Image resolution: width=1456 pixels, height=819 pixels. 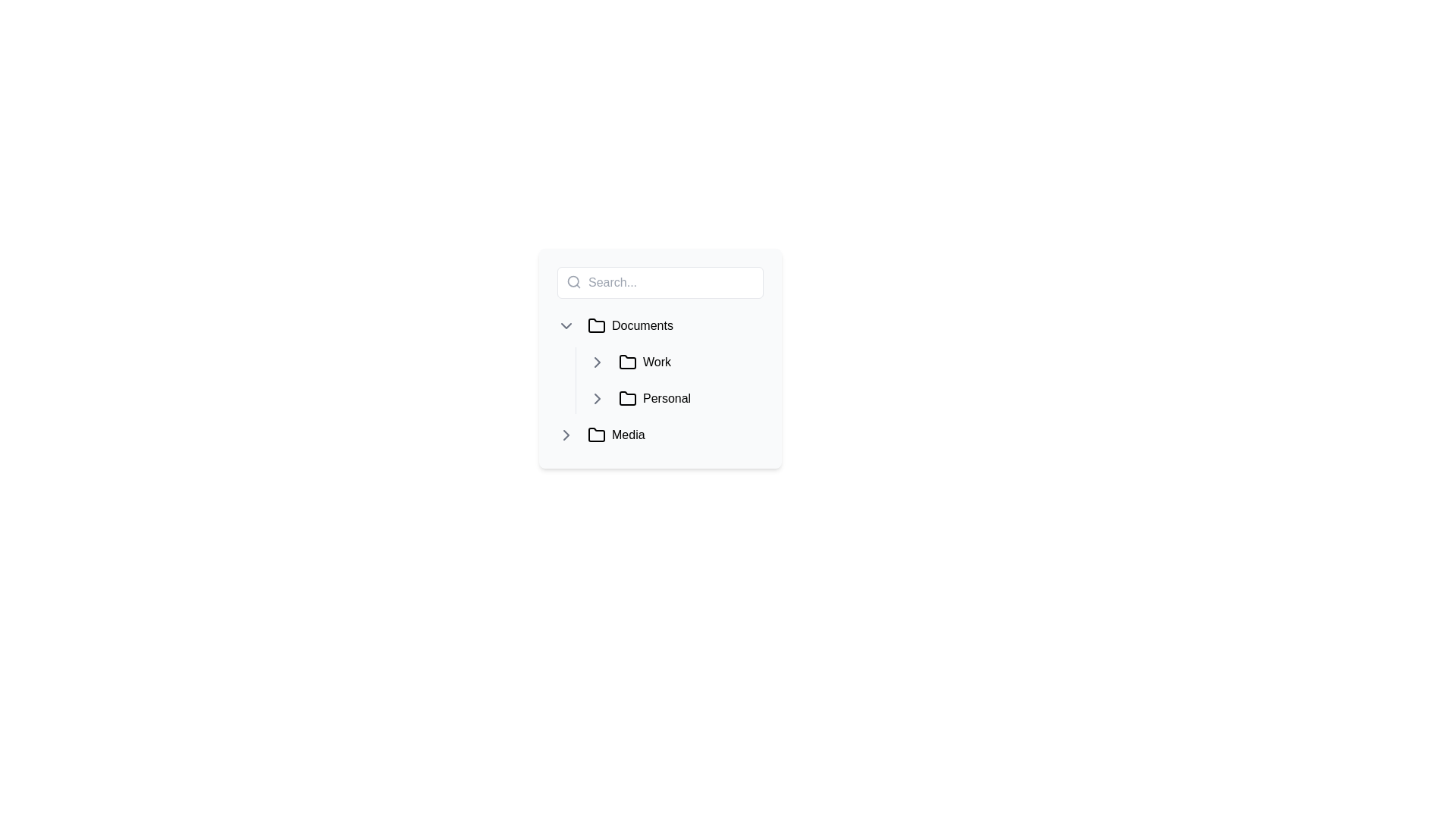 I want to click on the folder icon, which is part of the 'Media' expandable list menu, so click(x=596, y=435).